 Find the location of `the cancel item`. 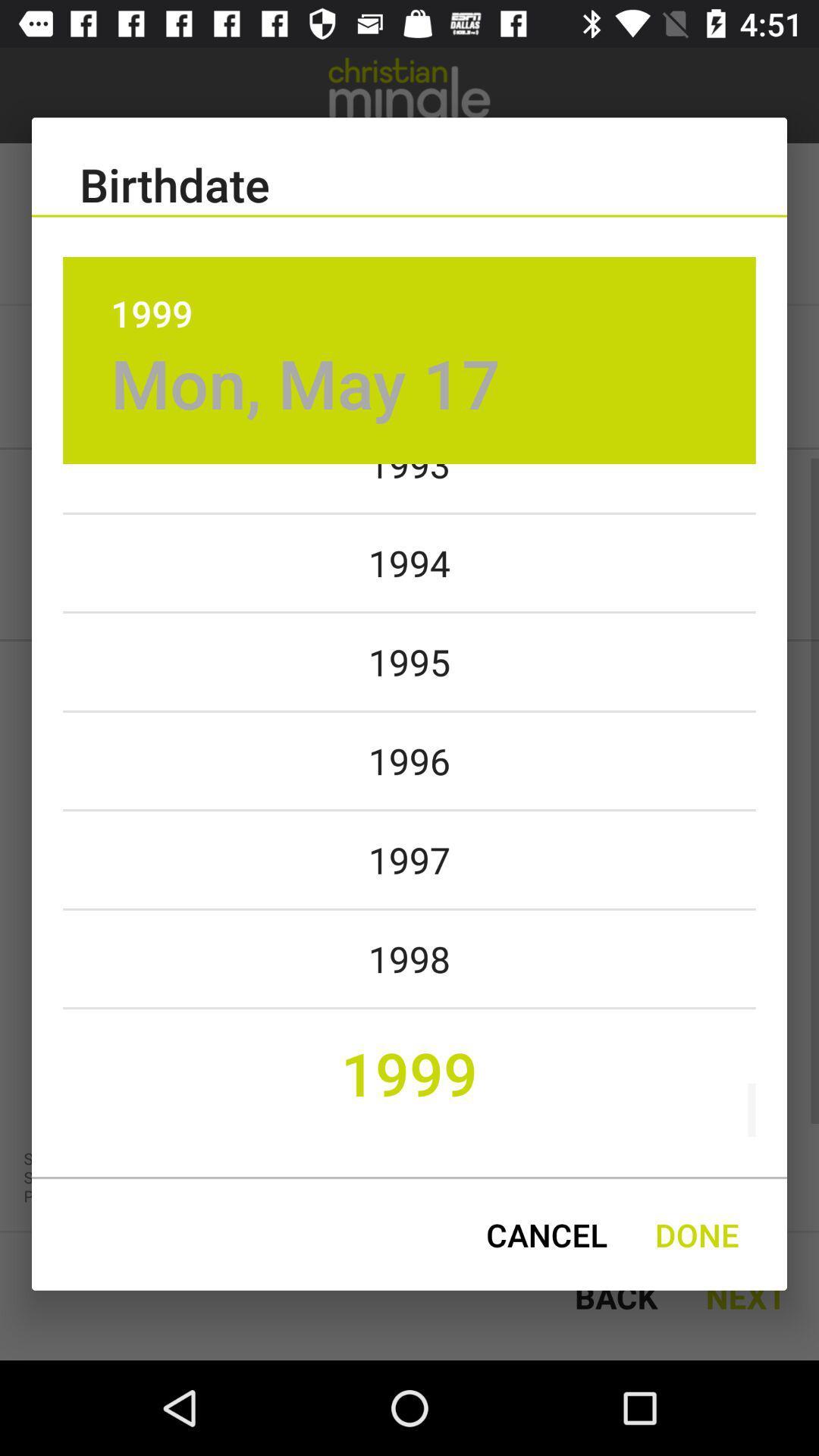

the cancel item is located at coordinates (547, 1235).